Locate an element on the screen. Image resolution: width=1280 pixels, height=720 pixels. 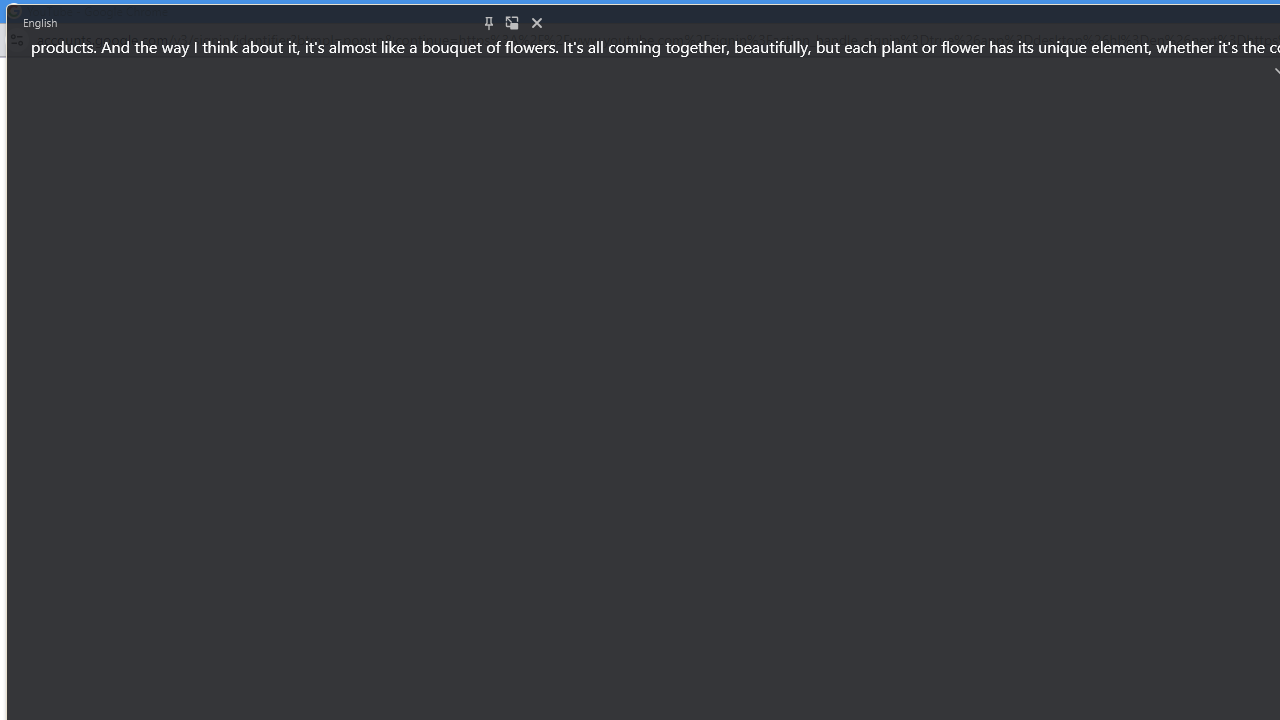
'Pin' is located at coordinates (488, 23).